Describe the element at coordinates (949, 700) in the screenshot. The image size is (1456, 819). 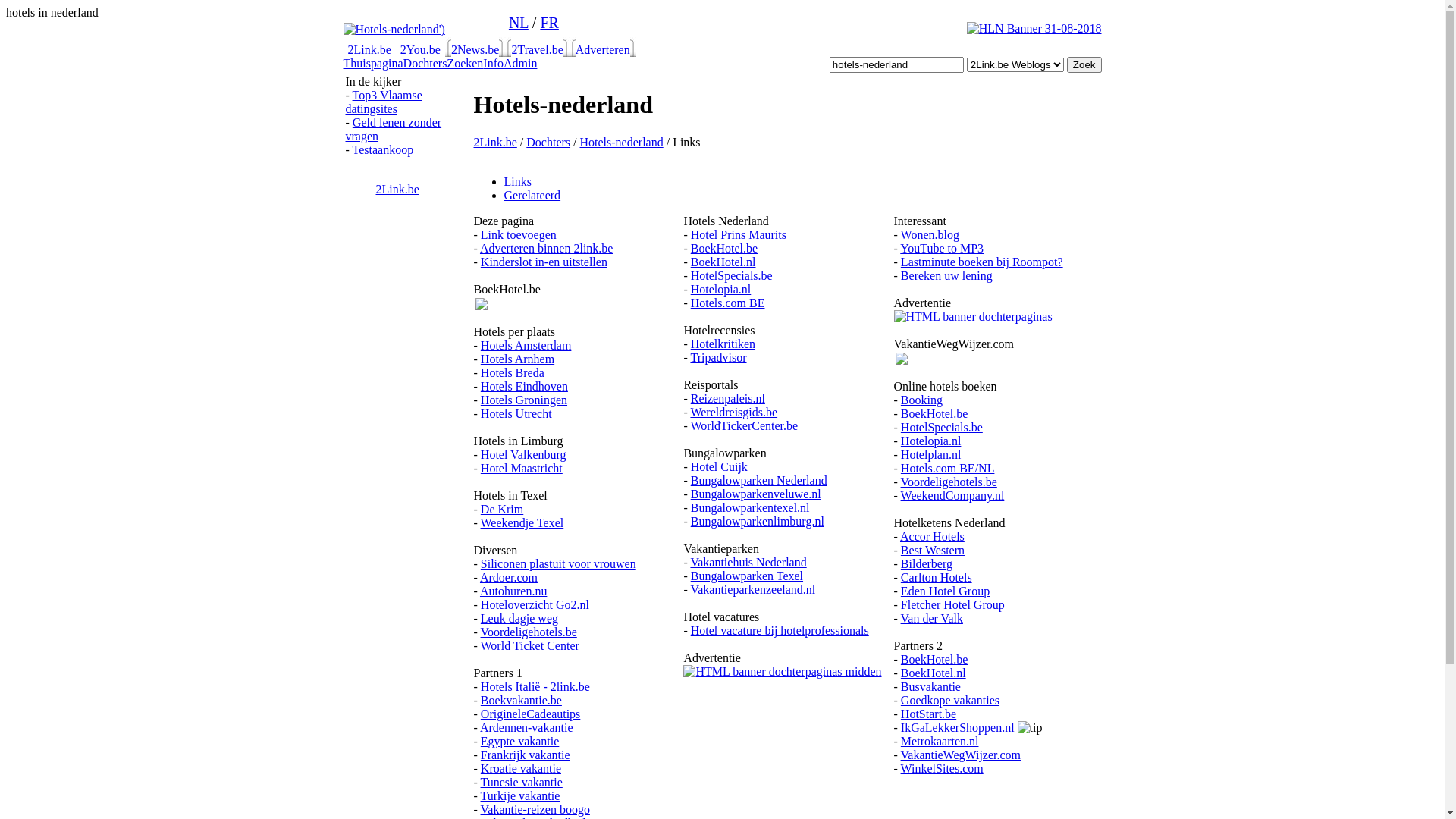
I see `'Goedkope vakanties'` at that location.